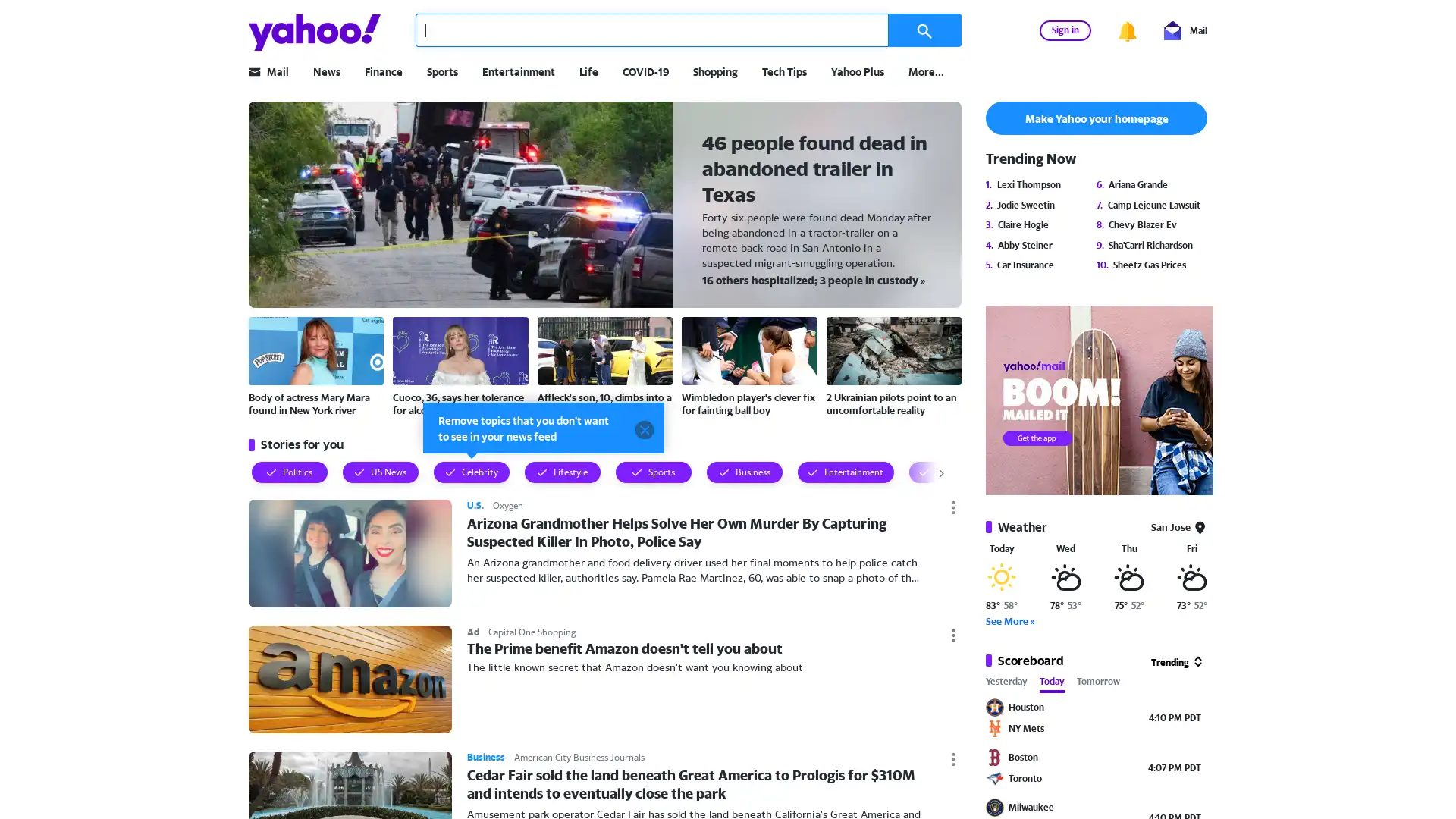 The width and height of the screenshot is (1456, 819). Describe the element at coordinates (1051, 683) in the screenshot. I see `Today` at that location.